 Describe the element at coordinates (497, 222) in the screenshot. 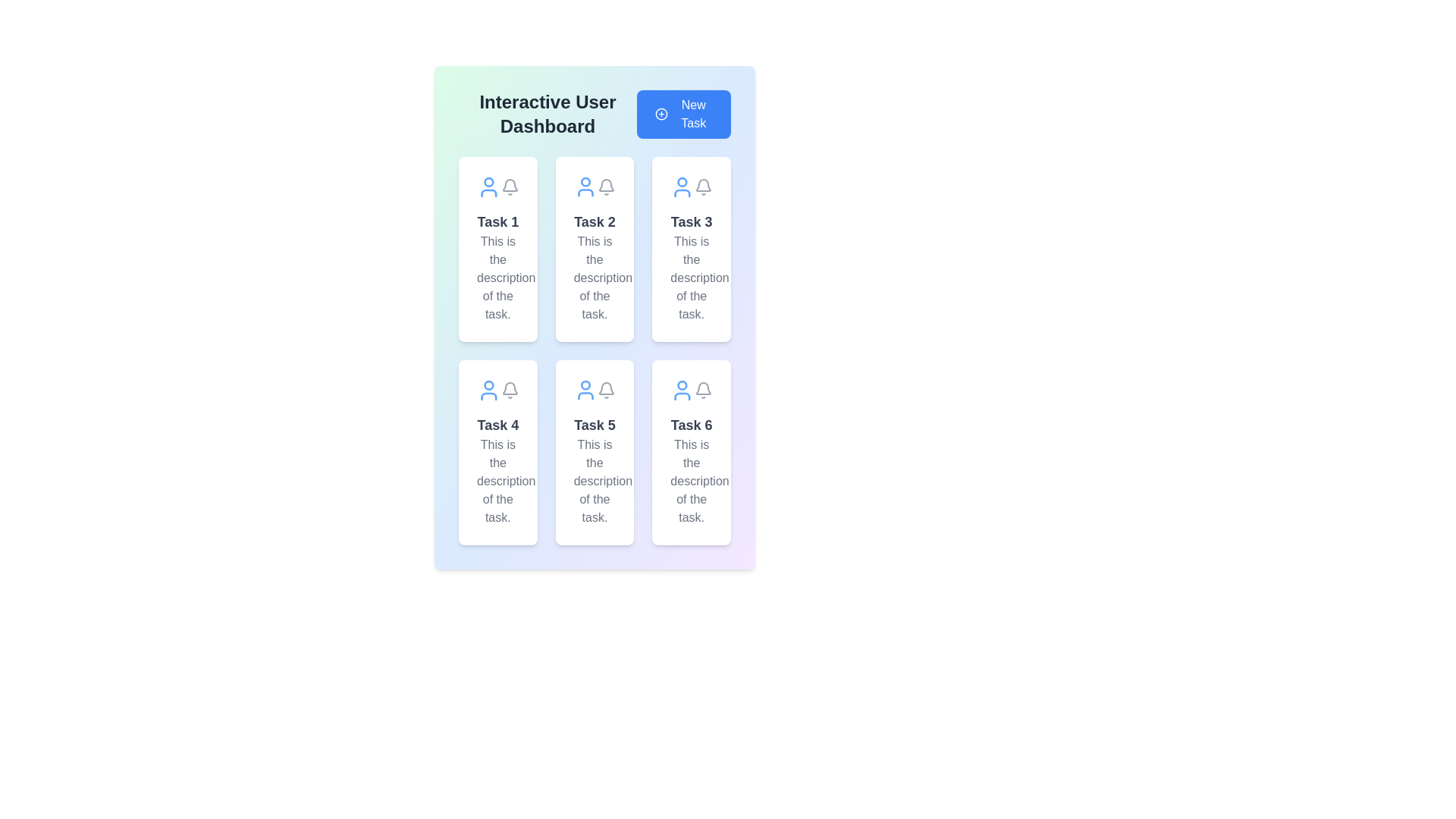

I see `the 'Task 1' label, which is displayed in gray with a bold font style, from its position in the top-left card of the task grid` at that location.